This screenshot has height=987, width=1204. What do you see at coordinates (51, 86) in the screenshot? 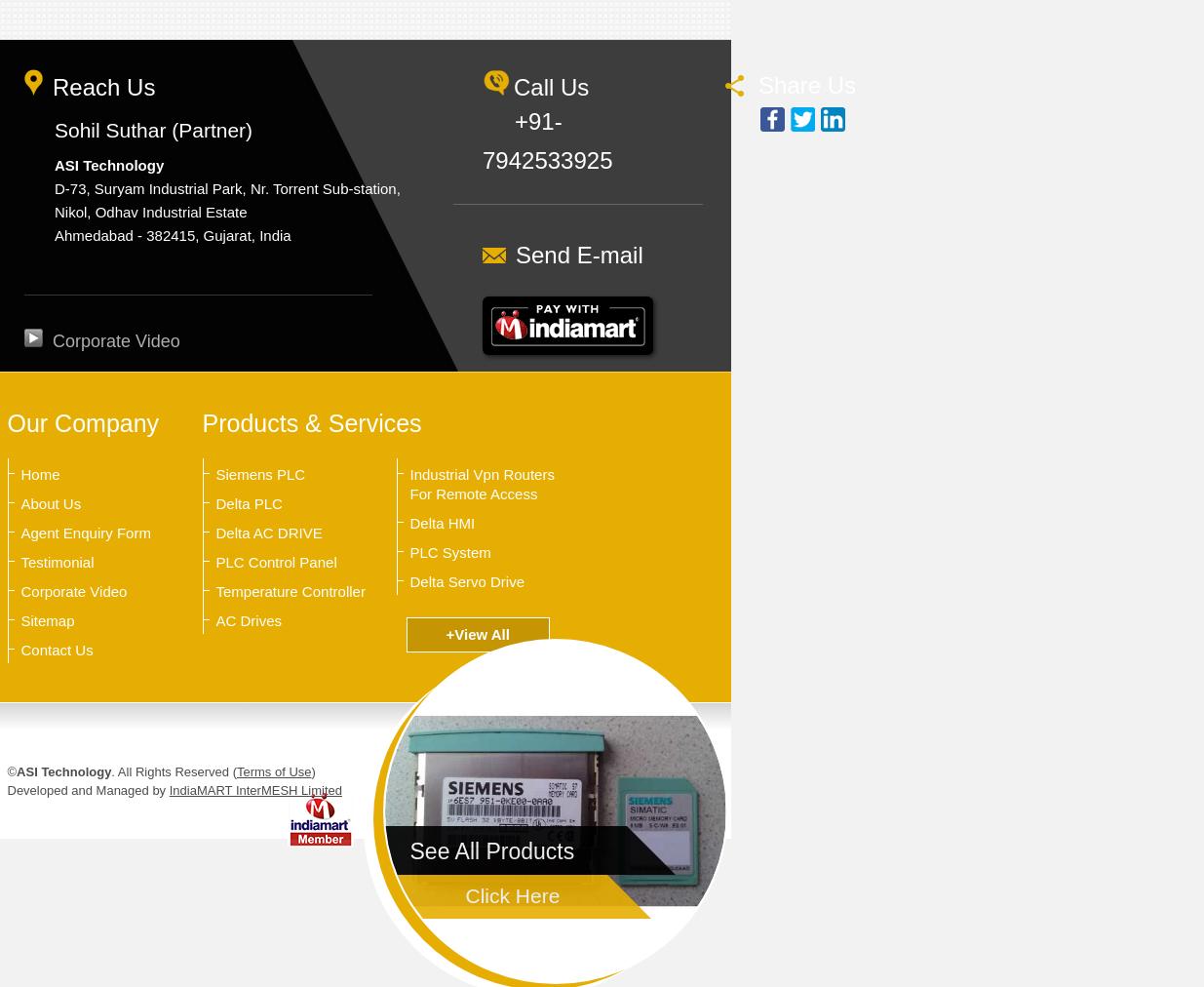
I see `'Reach Us'` at bounding box center [51, 86].